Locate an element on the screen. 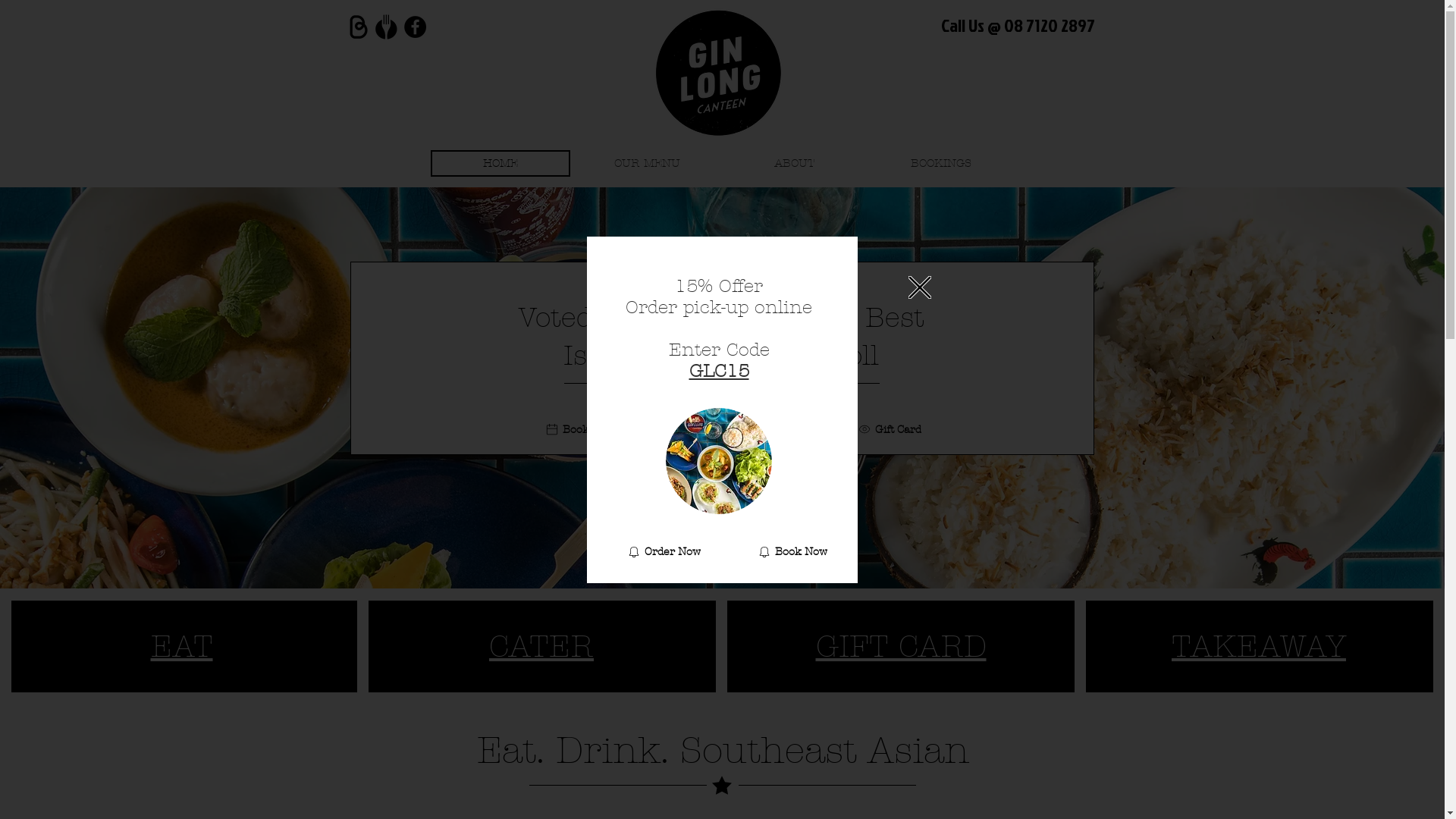  'EAT' is located at coordinates (182, 646).